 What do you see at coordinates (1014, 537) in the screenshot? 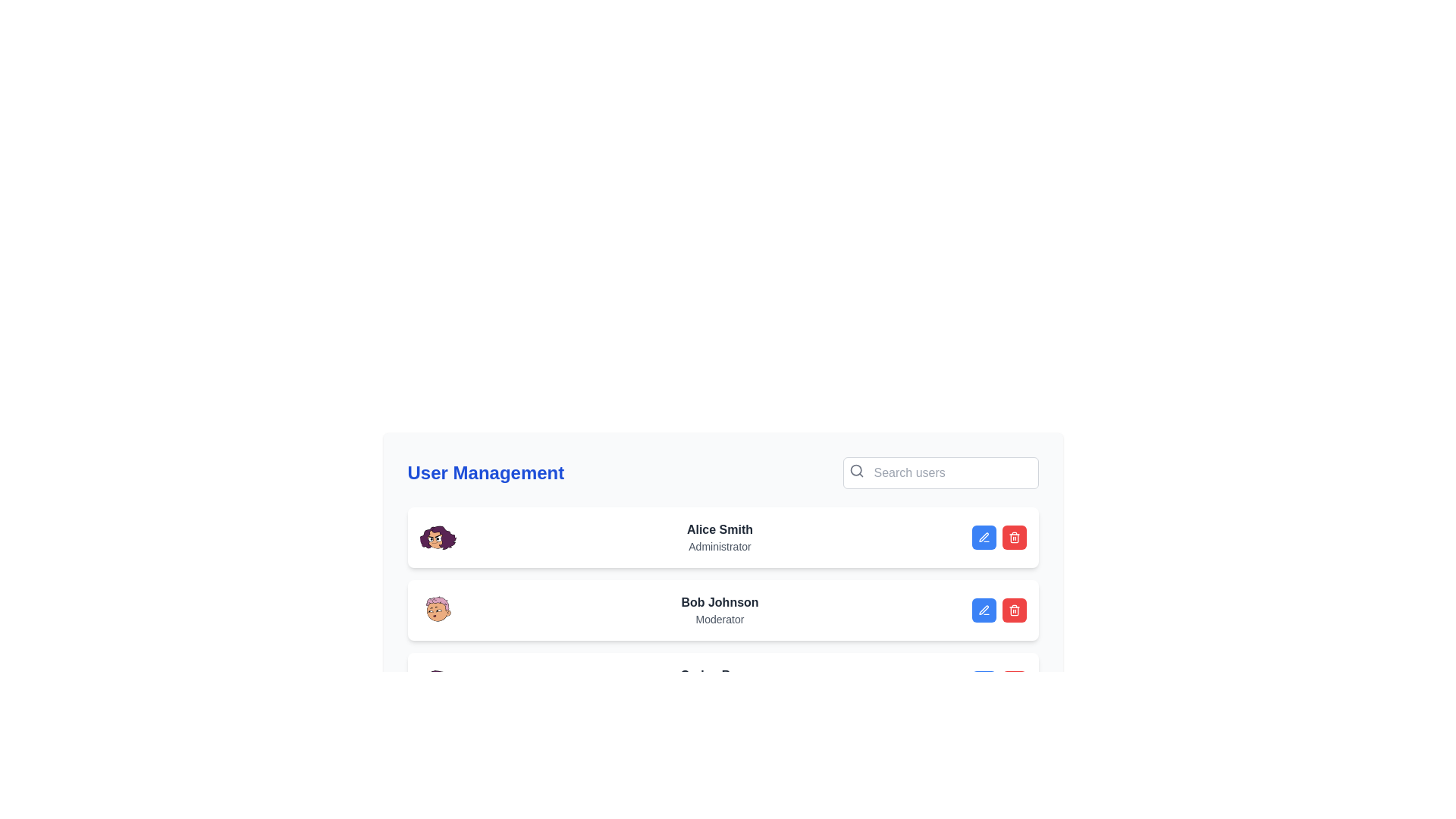
I see `the delete button located to the right of 'Bob Johnson - Moderator' user entry` at bounding box center [1014, 537].